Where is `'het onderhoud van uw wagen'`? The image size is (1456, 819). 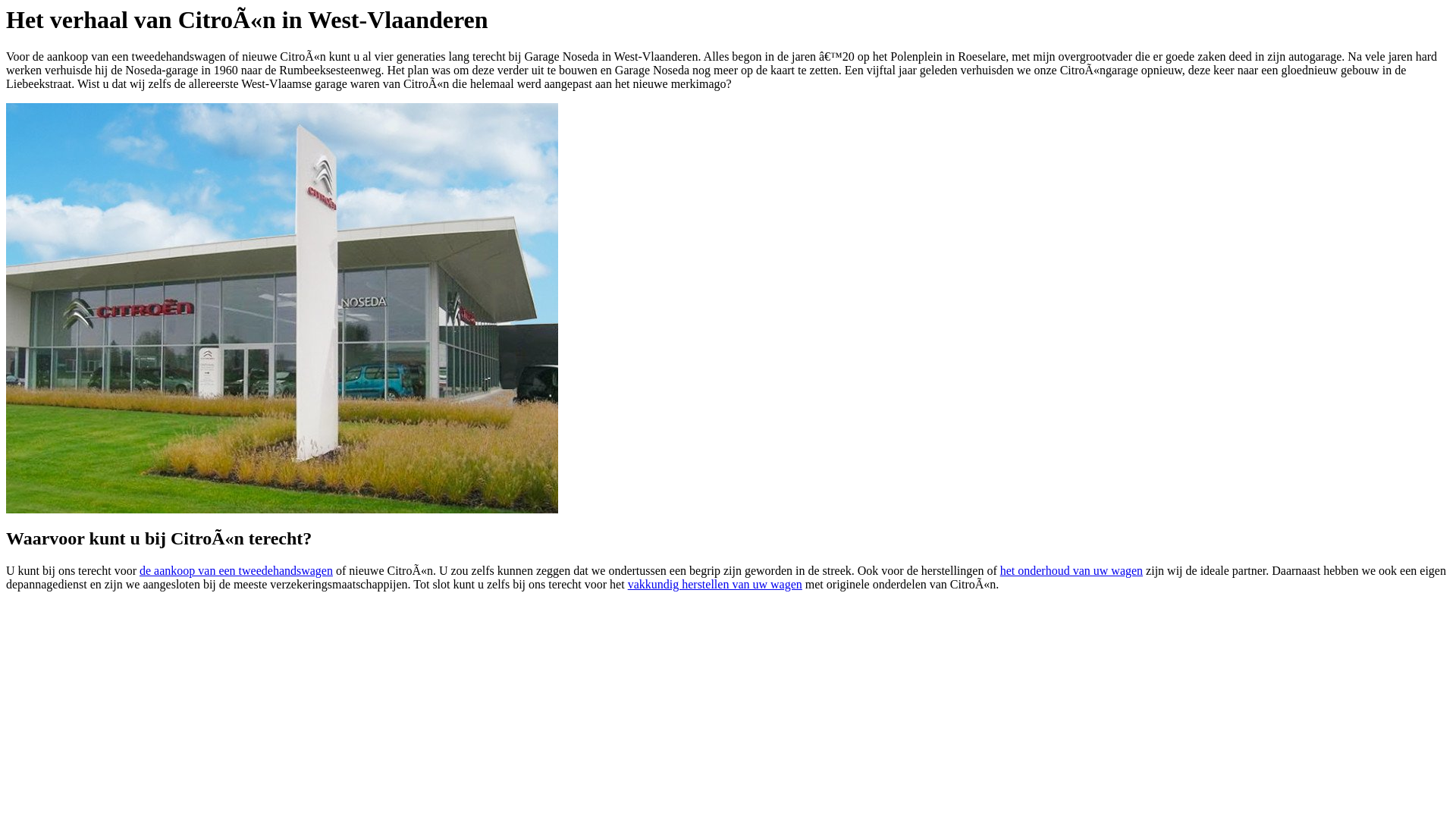 'het onderhoud van uw wagen' is located at coordinates (1070, 570).